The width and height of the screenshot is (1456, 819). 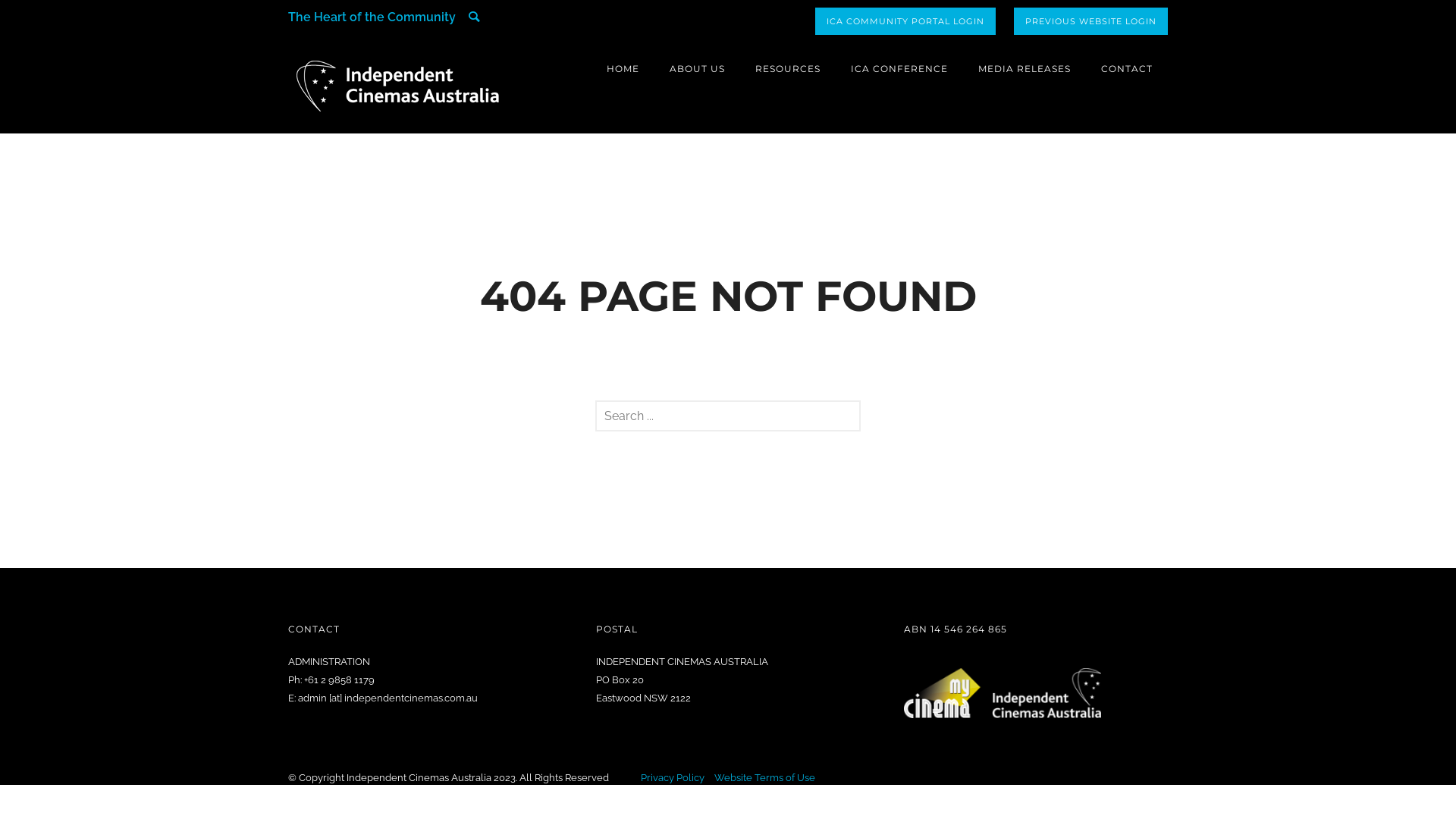 What do you see at coordinates (1127, 68) in the screenshot?
I see `'CONTACT'` at bounding box center [1127, 68].